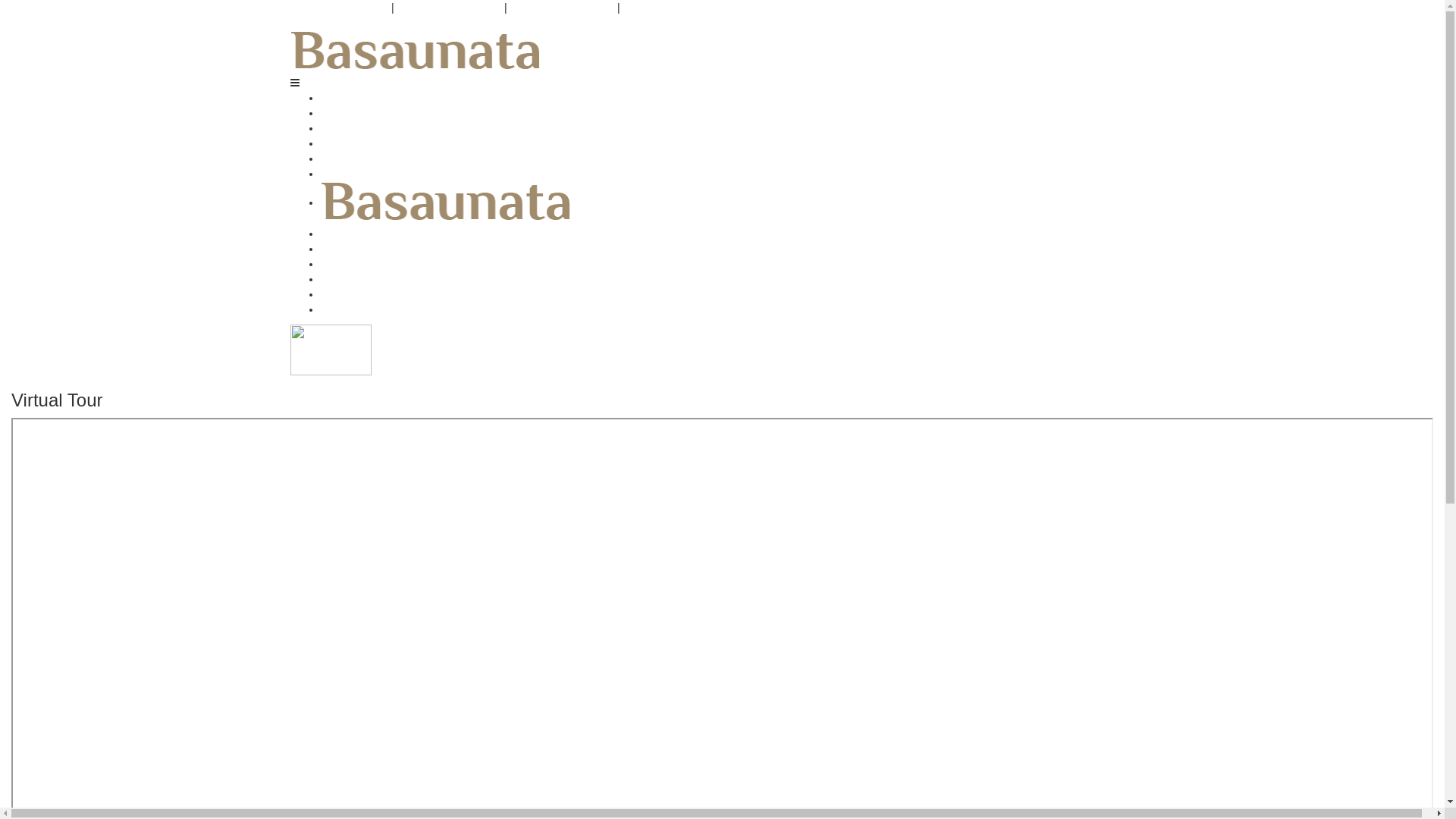  What do you see at coordinates (337, 309) in the screenshot?
I see `'Contact'` at bounding box center [337, 309].